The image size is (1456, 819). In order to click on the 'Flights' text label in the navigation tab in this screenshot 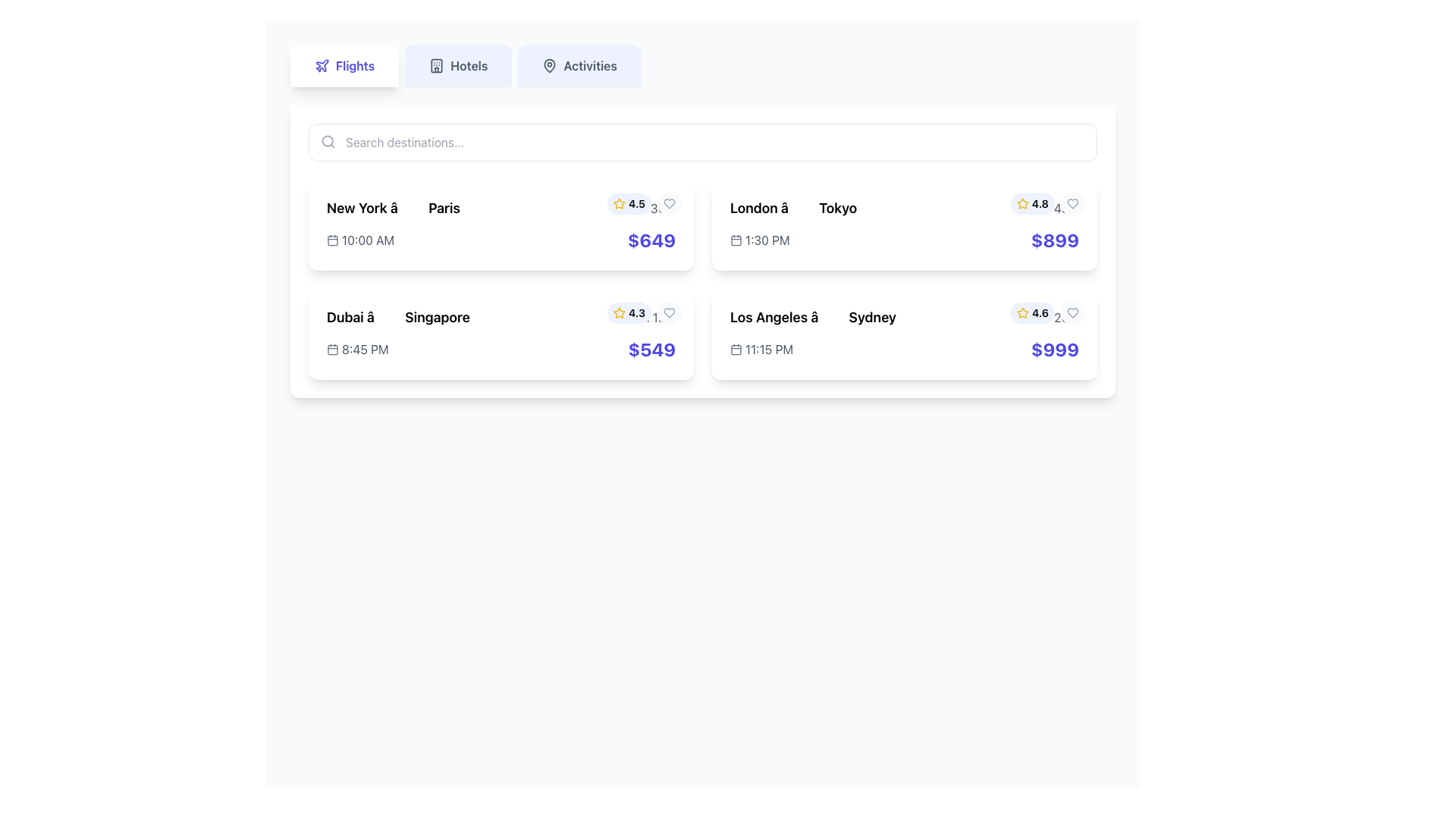, I will do `click(354, 65)`.